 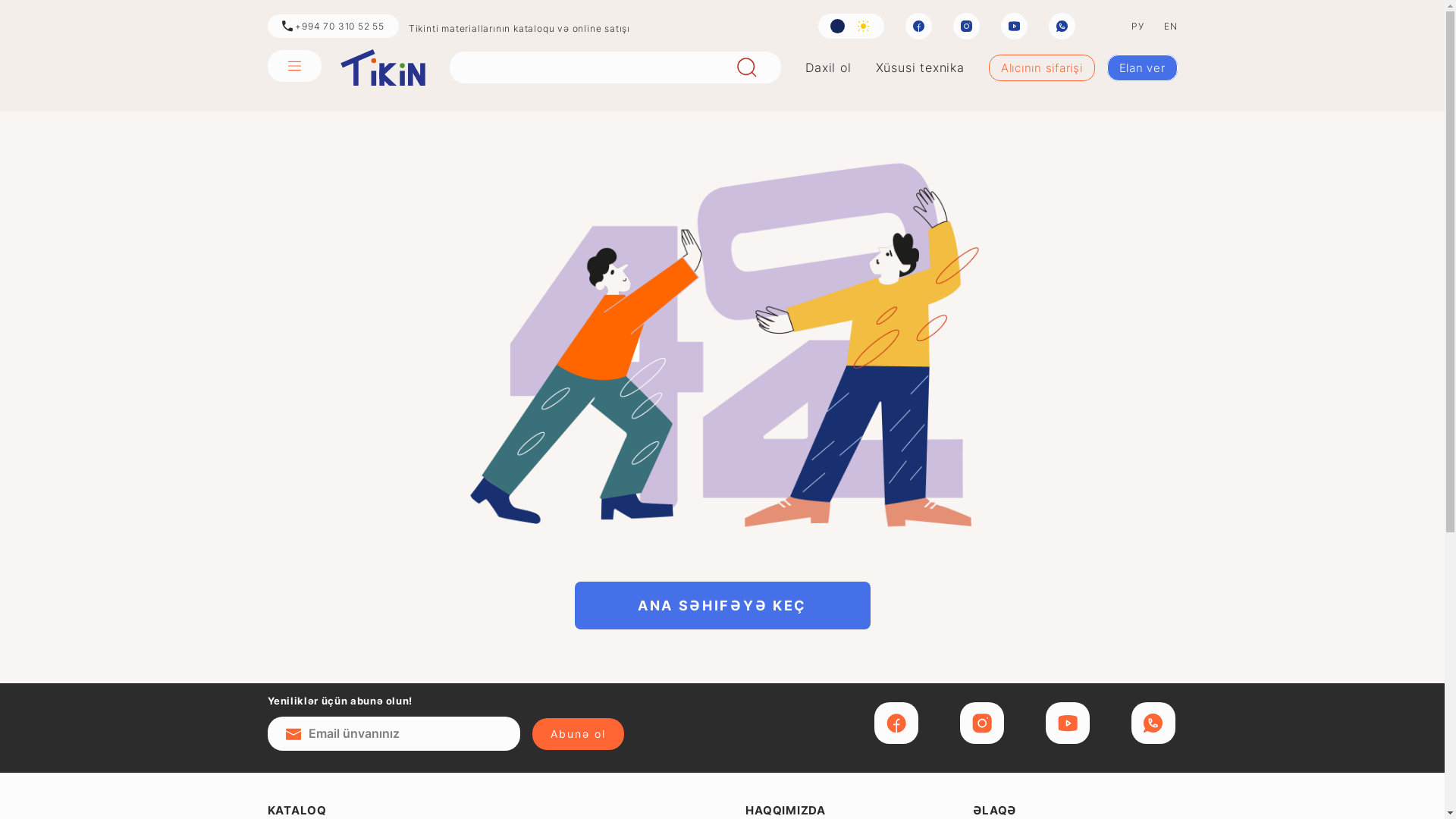 I want to click on 'HAQQIMIZDA', so click(x=786, y=809).